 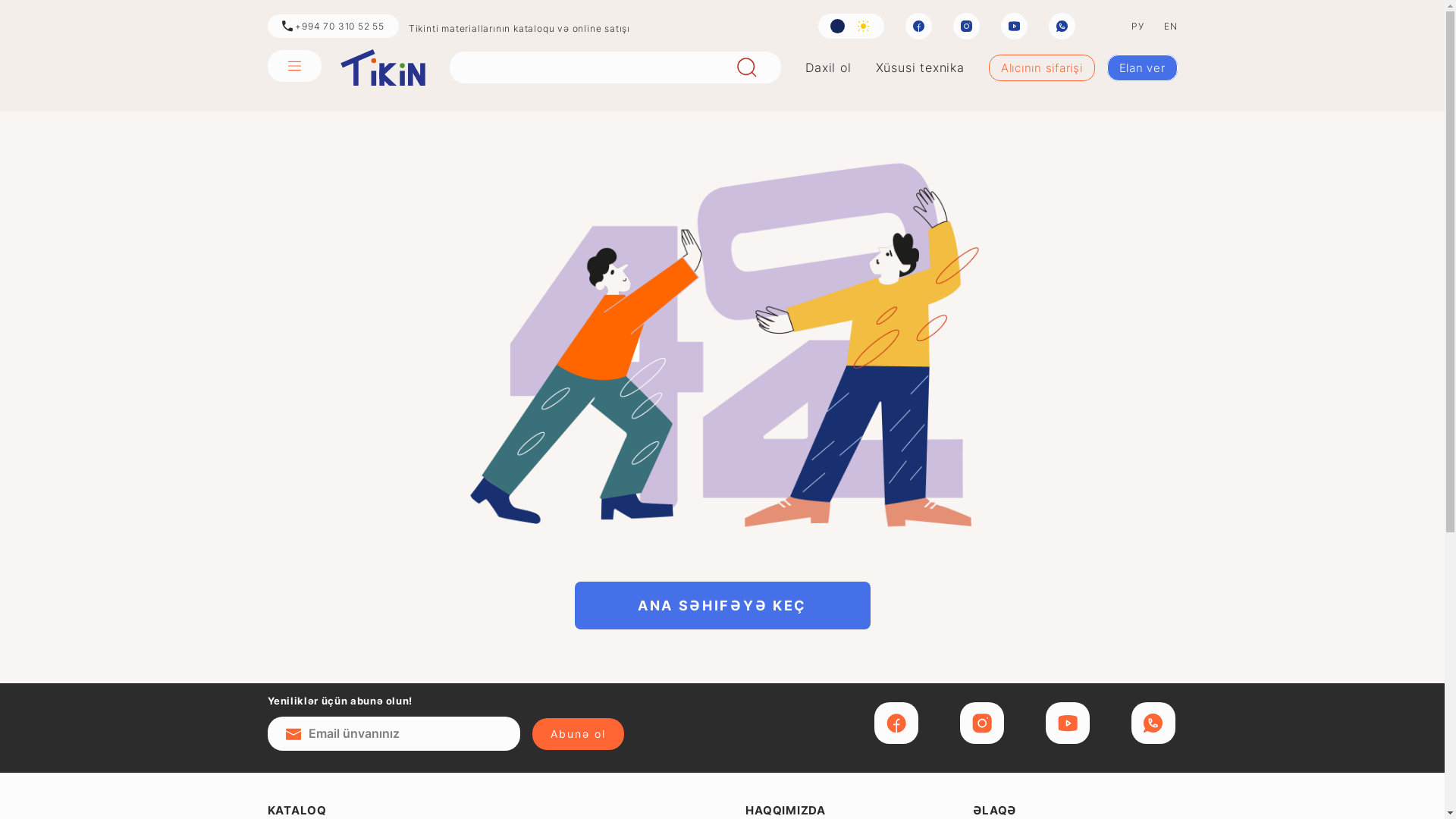 I want to click on 'HAQQIMIZDA', so click(x=786, y=809).